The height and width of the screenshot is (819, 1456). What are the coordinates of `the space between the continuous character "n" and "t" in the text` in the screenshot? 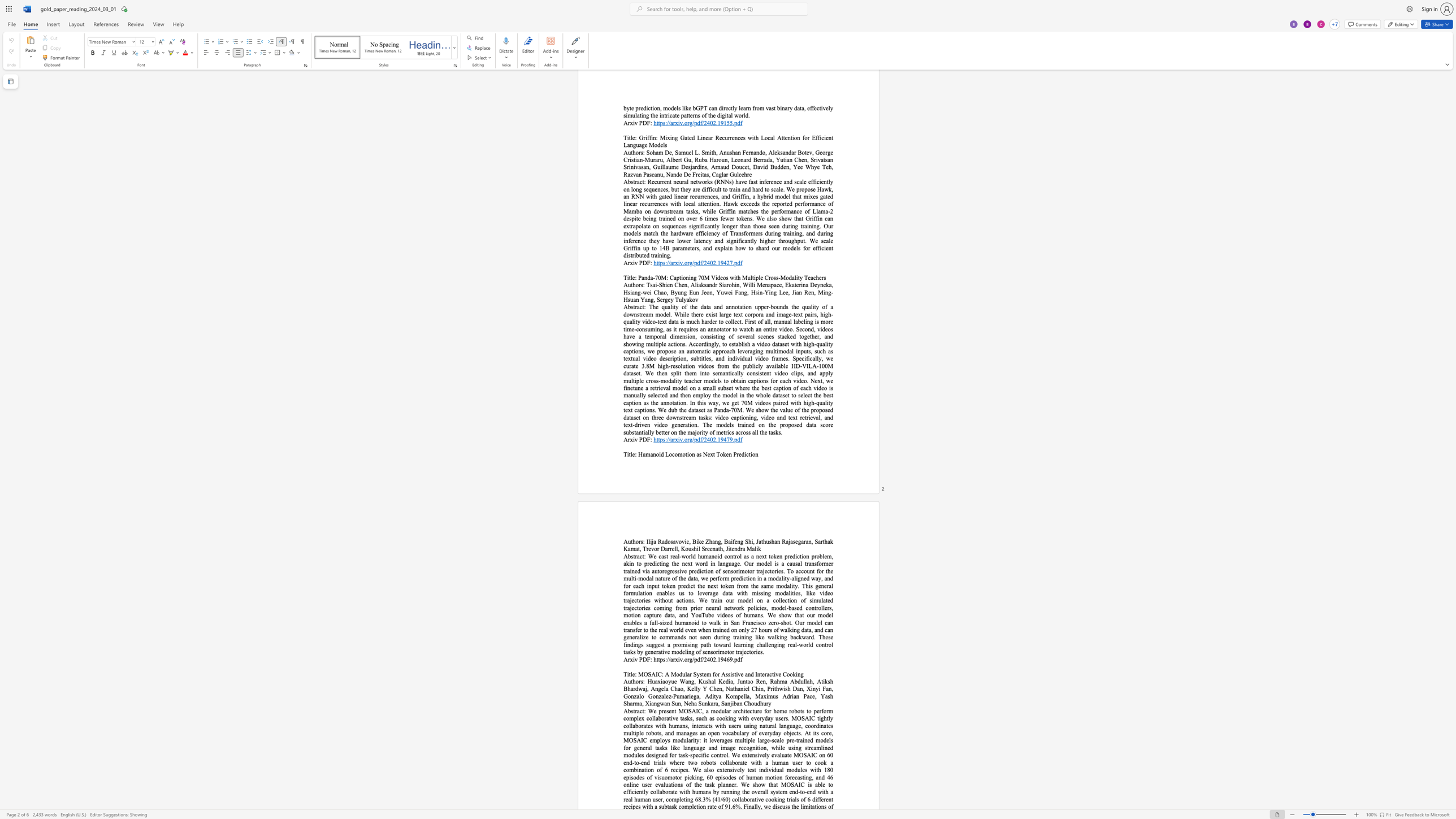 It's located at (746, 681).